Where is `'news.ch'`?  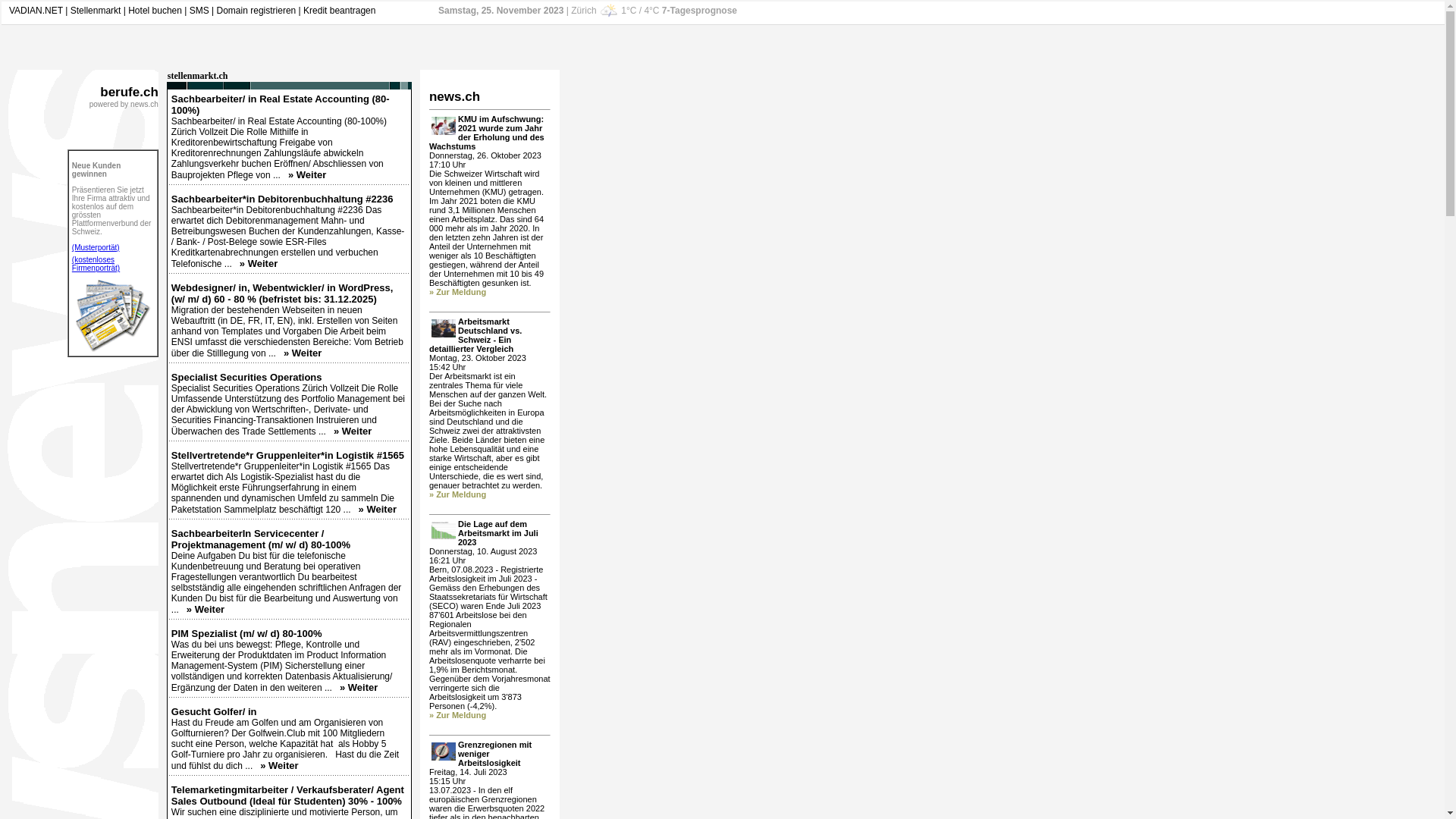
'news.ch' is located at coordinates (453, 96).